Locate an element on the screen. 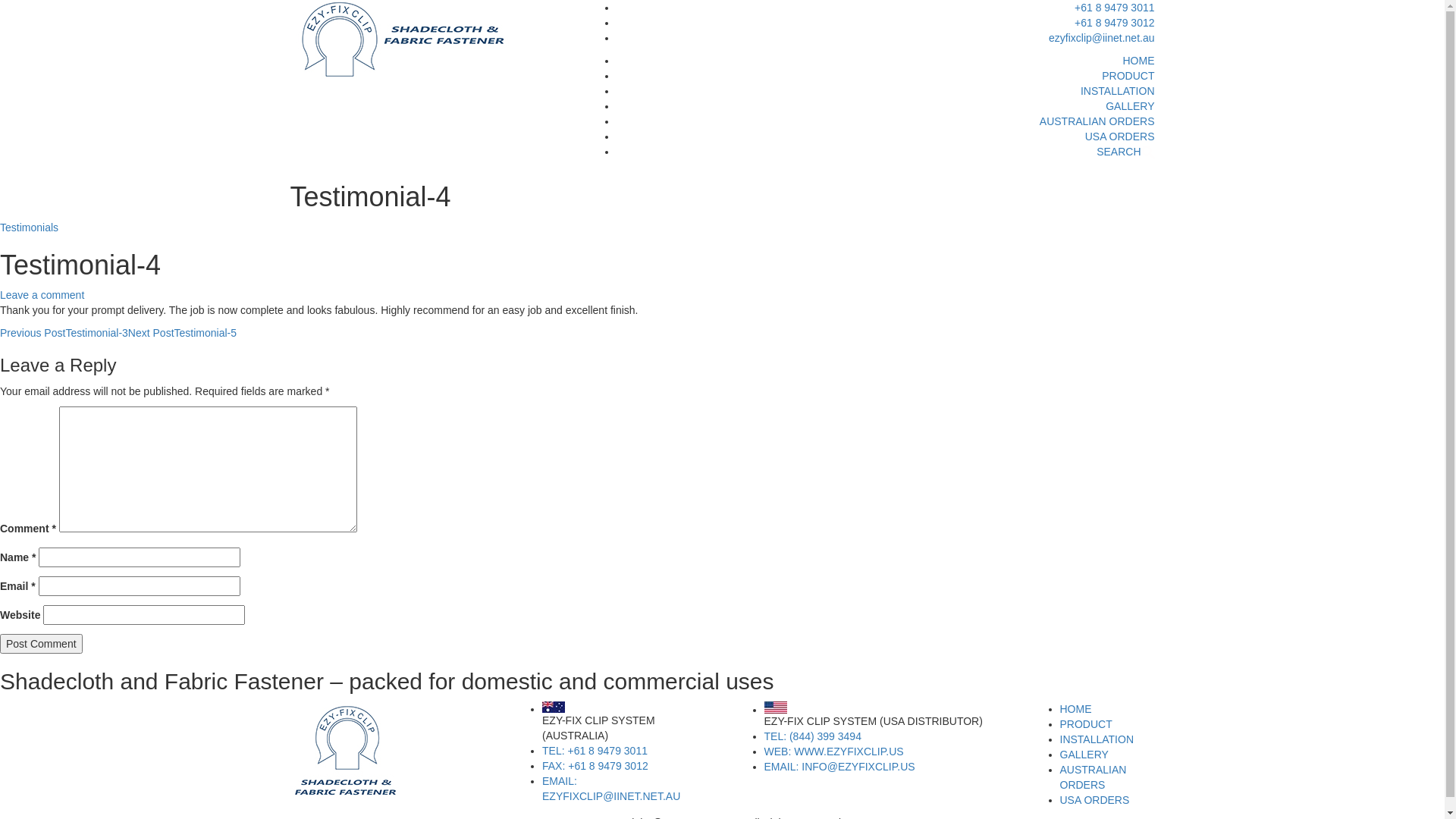 The height and width of the screenshot is (819, 1456). 'Leave a comment' is located at coordinates (42, 295).